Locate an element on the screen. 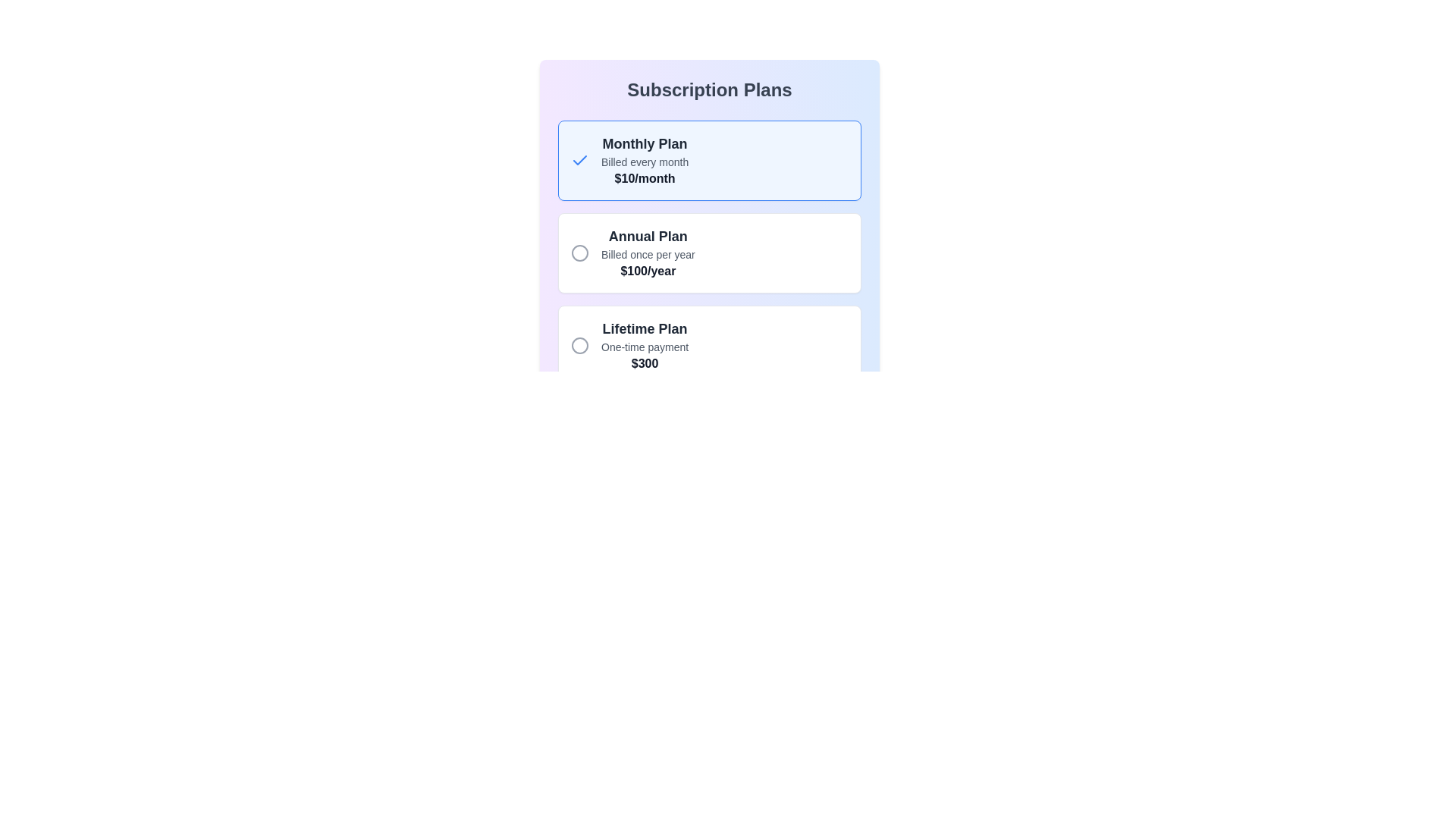  the static text label displaying 'One-time payment', which is positioned below the title 'Lifetime Plan' and above the price '$300' is located at coordinates (645, 347).